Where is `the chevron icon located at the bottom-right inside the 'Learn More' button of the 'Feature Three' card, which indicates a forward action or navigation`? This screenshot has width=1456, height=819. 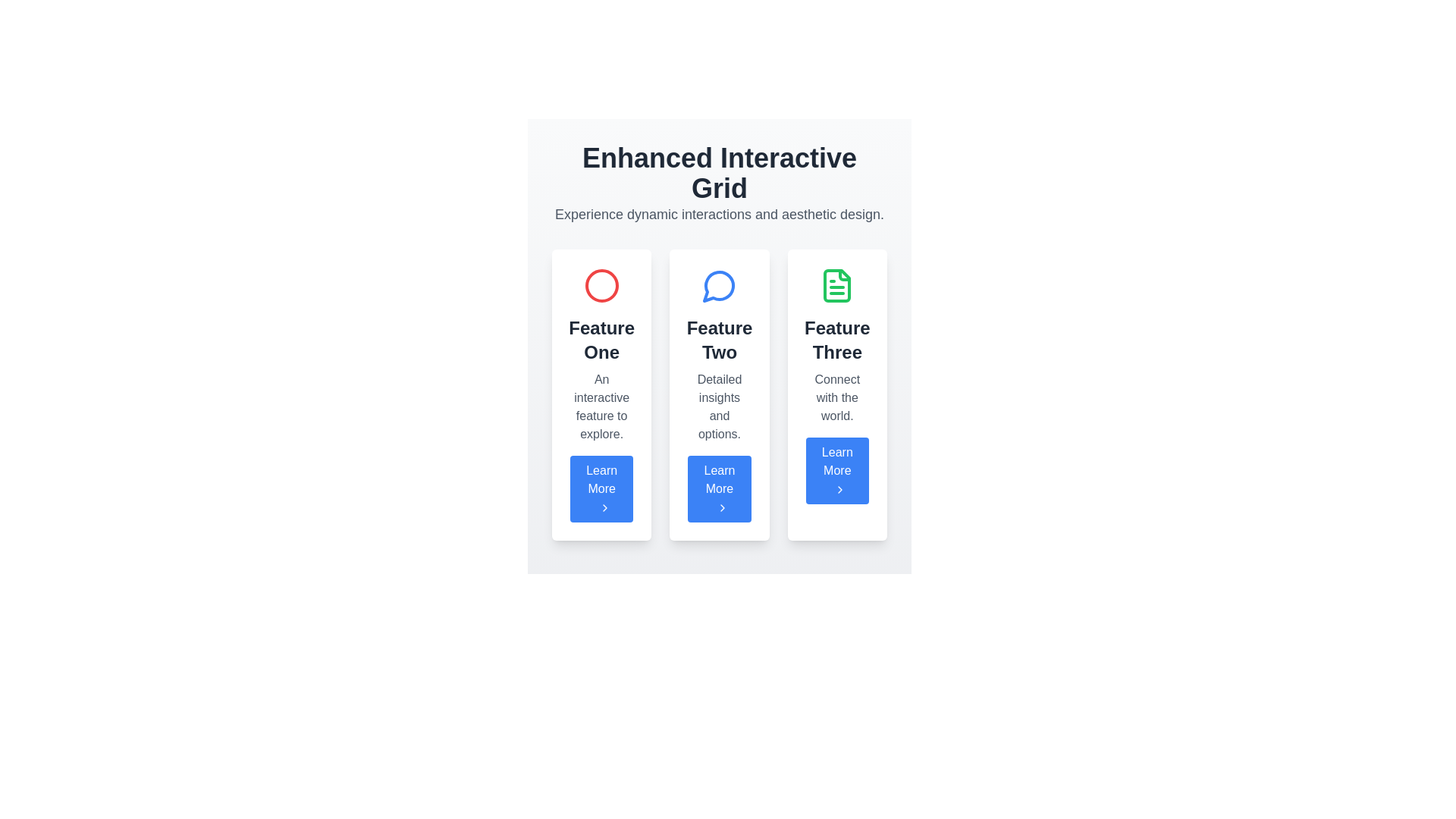
the chevron icon located at the bottom-right inside the 'Learn More' button of the 'Feature Three' card, which indicates a forward action or navigation is located at coordinates (839, 489).